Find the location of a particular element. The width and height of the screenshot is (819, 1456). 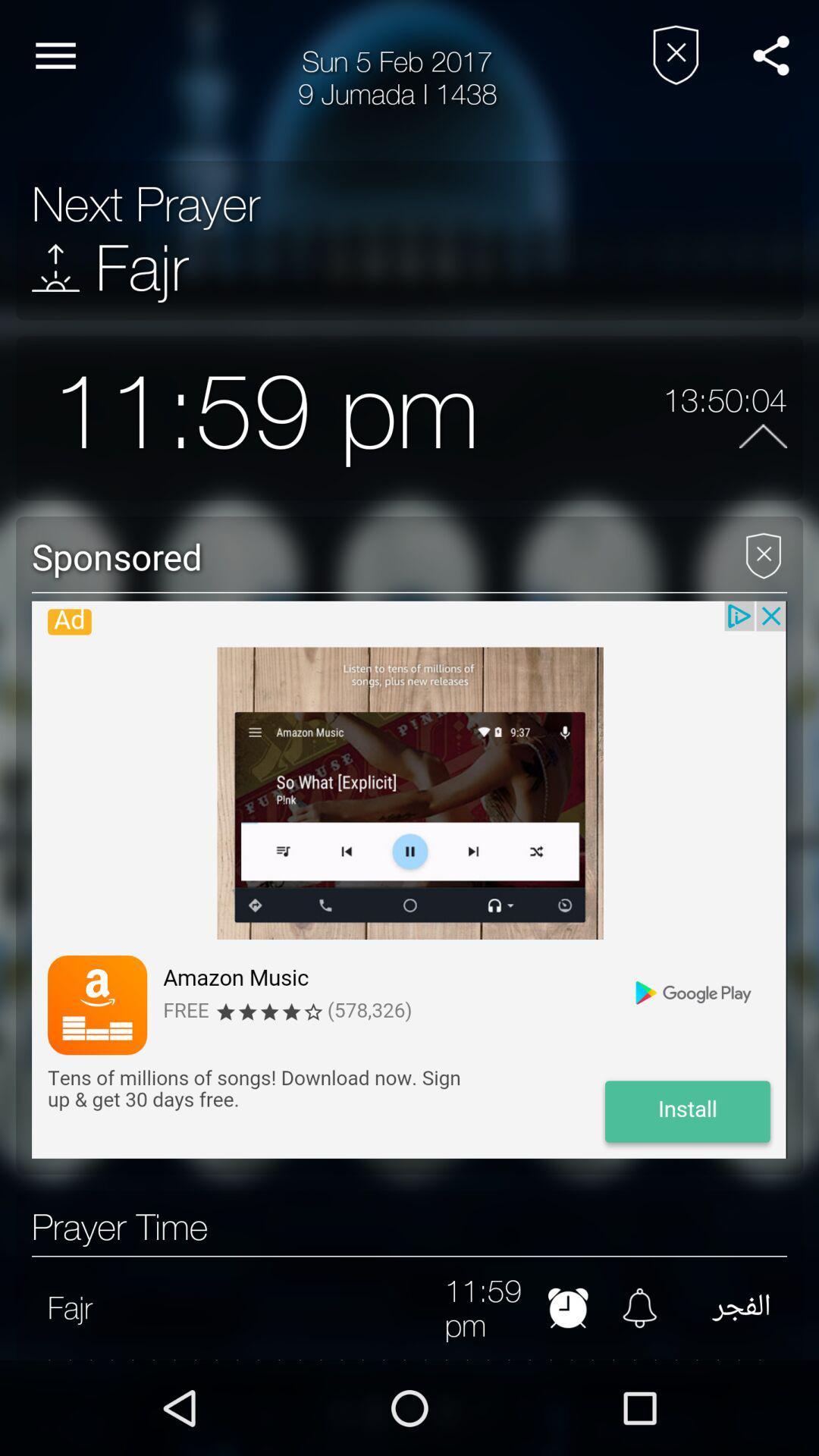

the icon below 11:59 pm item is located at coordinates (369, 555).